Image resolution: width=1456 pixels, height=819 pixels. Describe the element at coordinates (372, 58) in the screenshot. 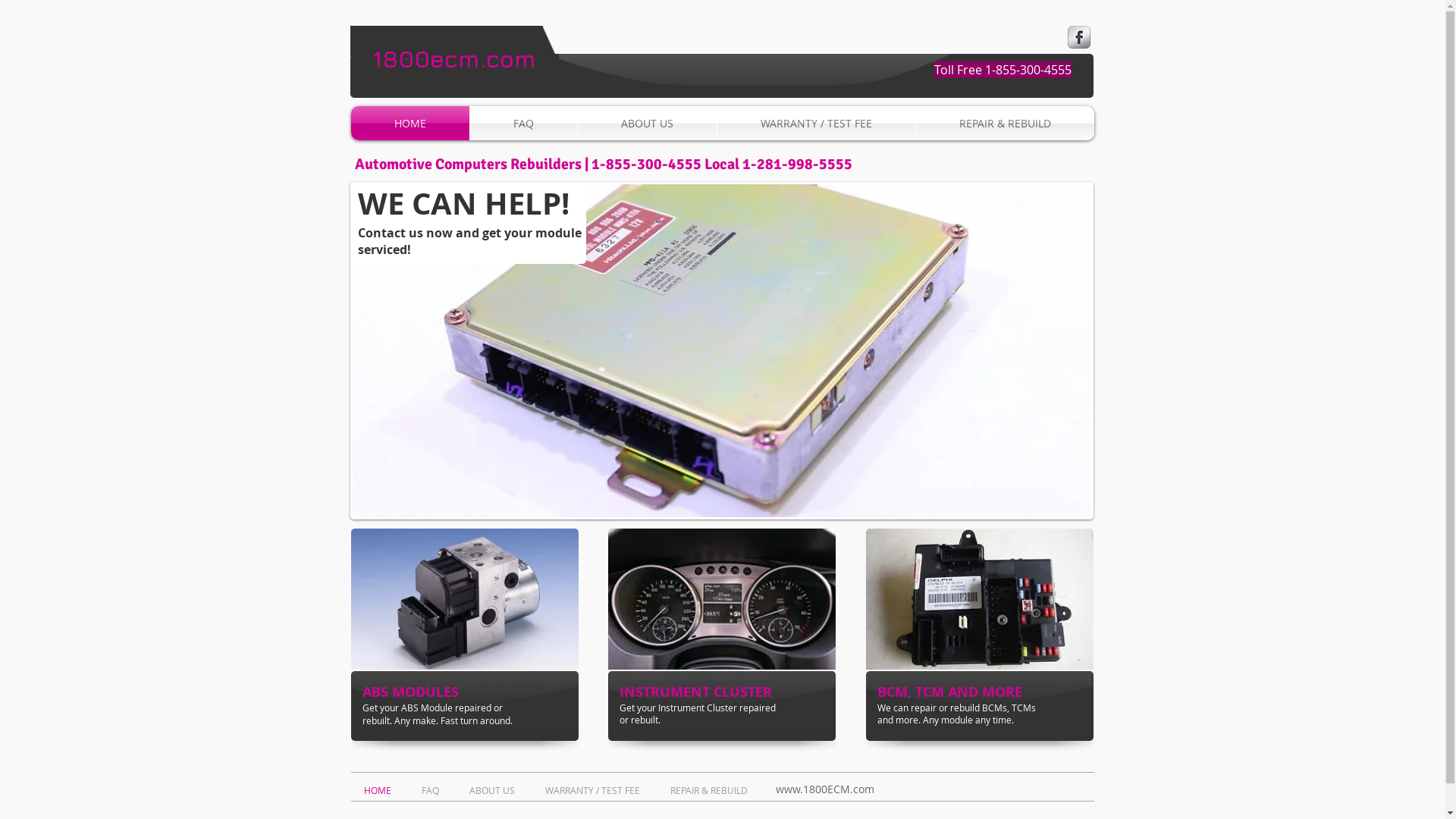

I see `'1800ecm.com'` at that location.